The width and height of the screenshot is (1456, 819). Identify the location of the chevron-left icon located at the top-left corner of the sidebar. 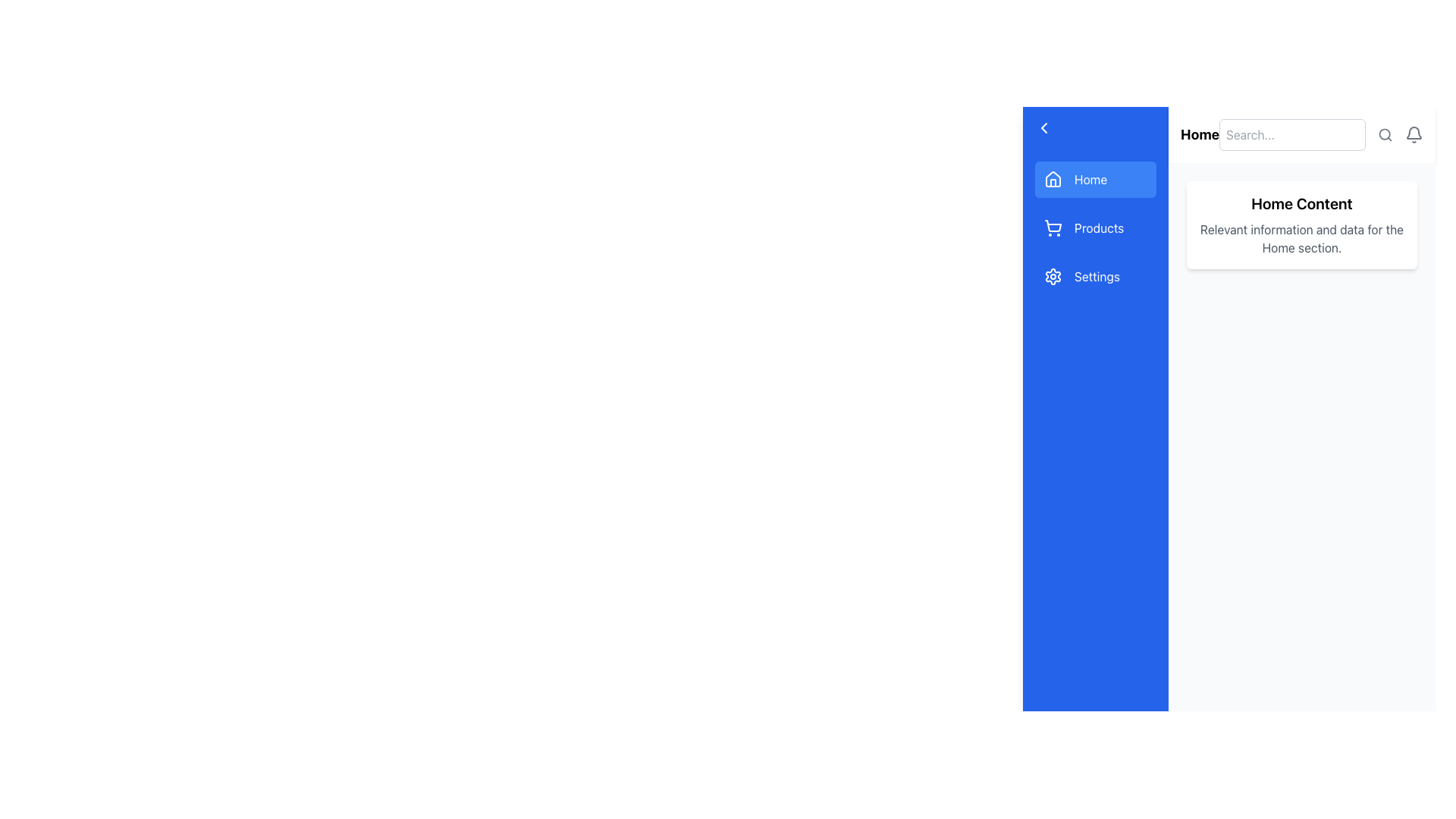
(1043, 127).